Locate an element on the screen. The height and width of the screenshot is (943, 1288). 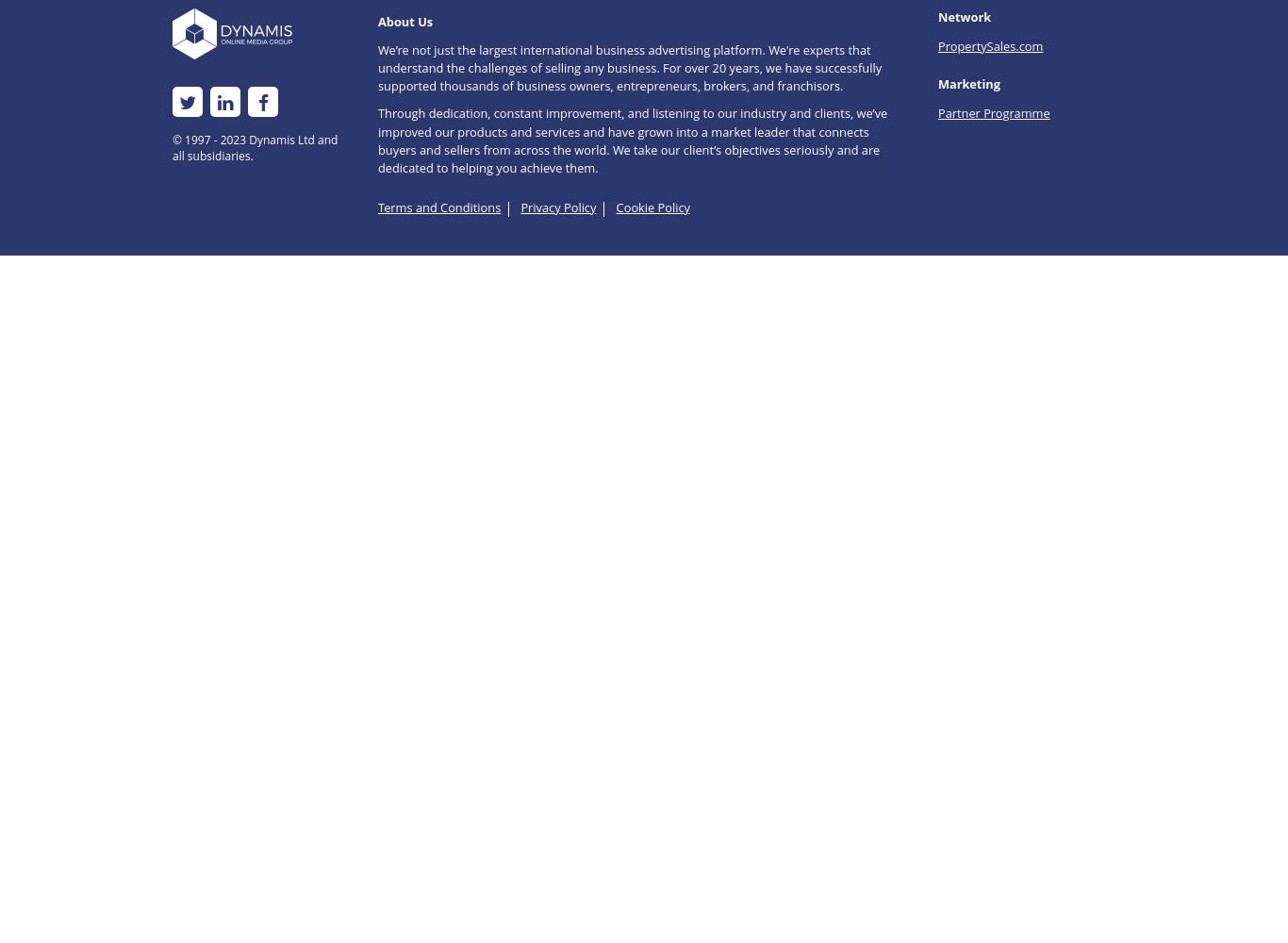
'Network' is located at coordinates (964, 17).